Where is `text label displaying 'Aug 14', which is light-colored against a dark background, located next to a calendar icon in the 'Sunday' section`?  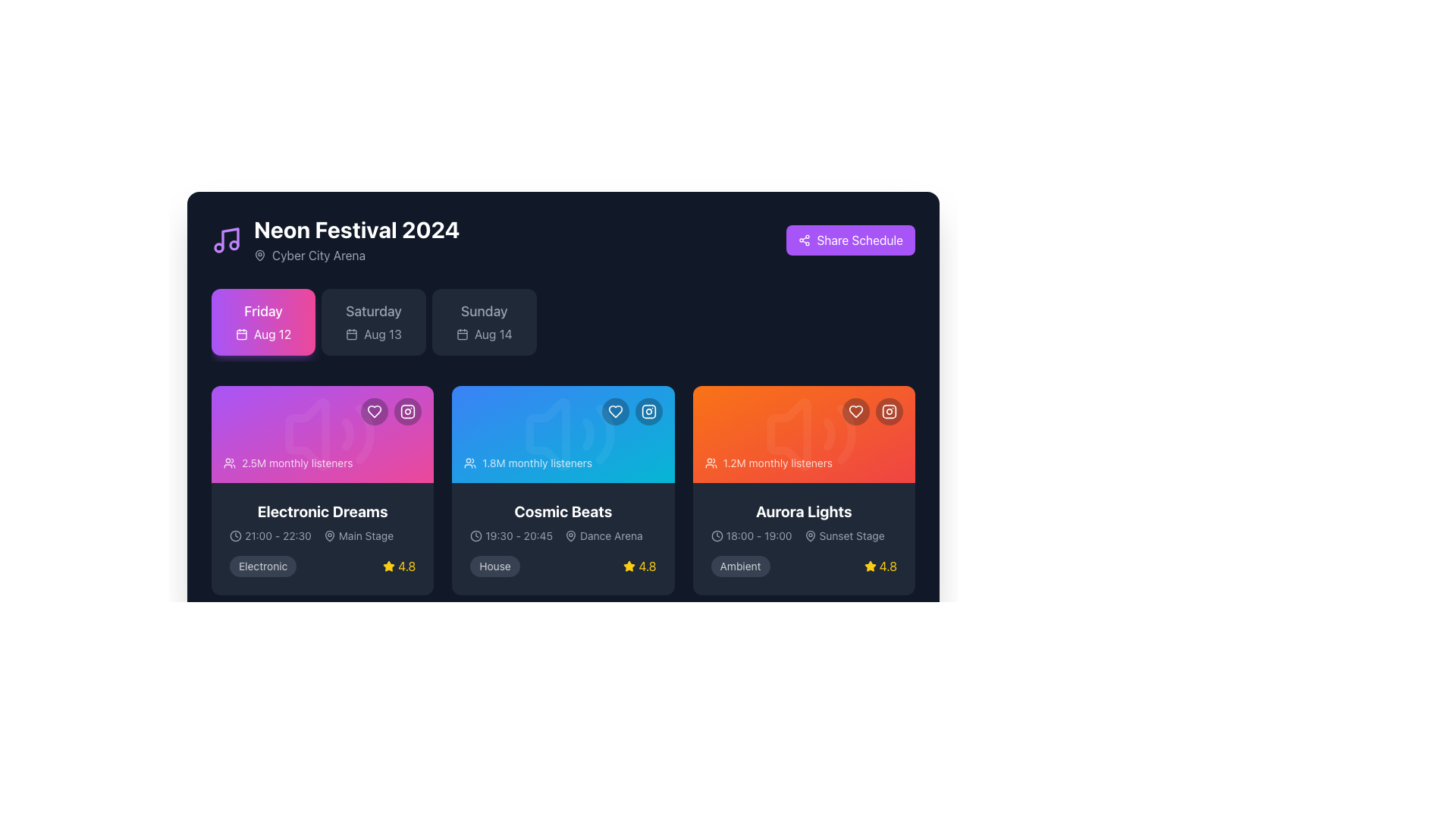 text label displaying 'Aug 14', which is light-colored against a dark background, located next to a calendar icon in the 'Sunday' section is located at coordinates (493, 333).